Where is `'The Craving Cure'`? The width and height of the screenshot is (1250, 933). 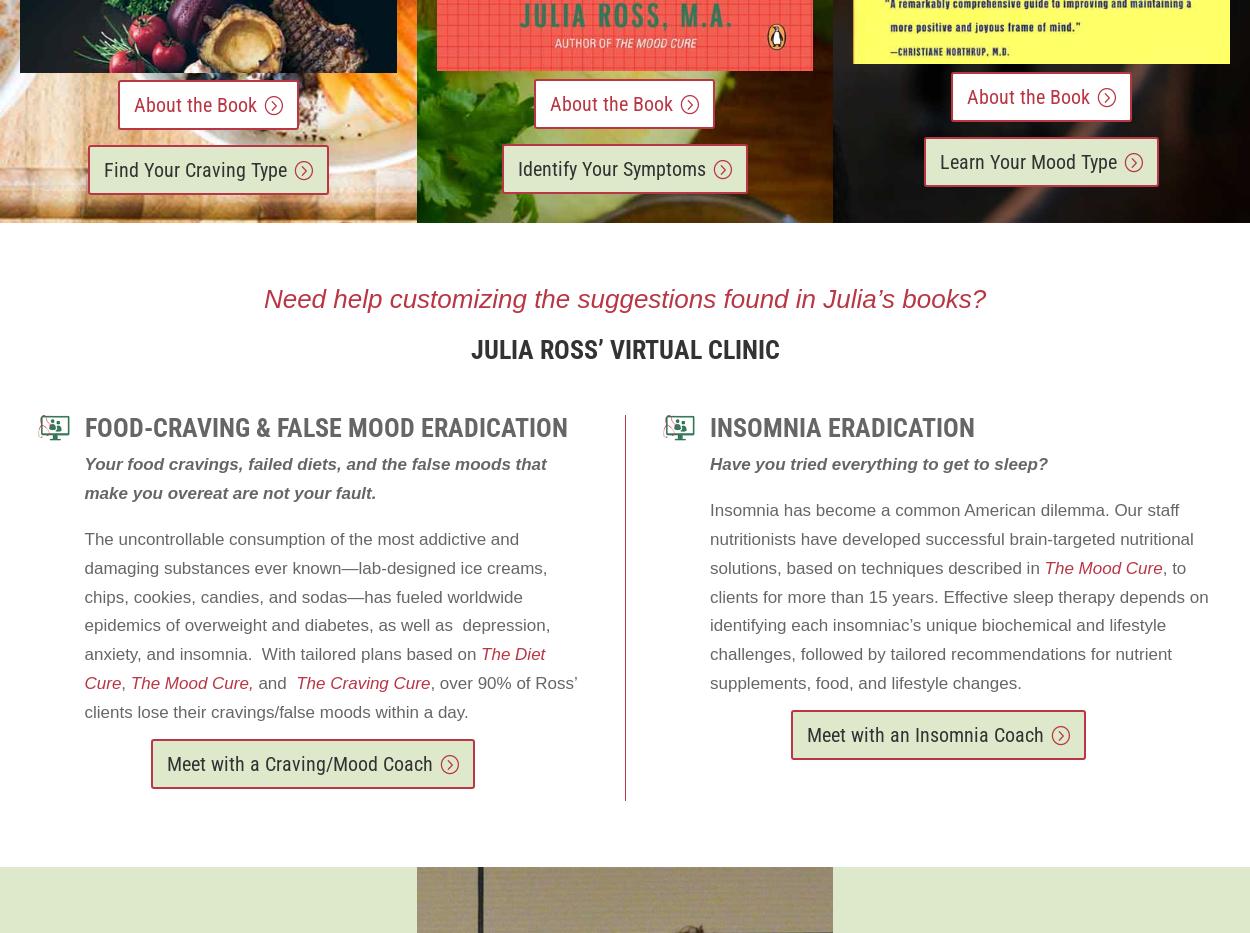
'The Craving Cure' is located at coordinates (362, 683).